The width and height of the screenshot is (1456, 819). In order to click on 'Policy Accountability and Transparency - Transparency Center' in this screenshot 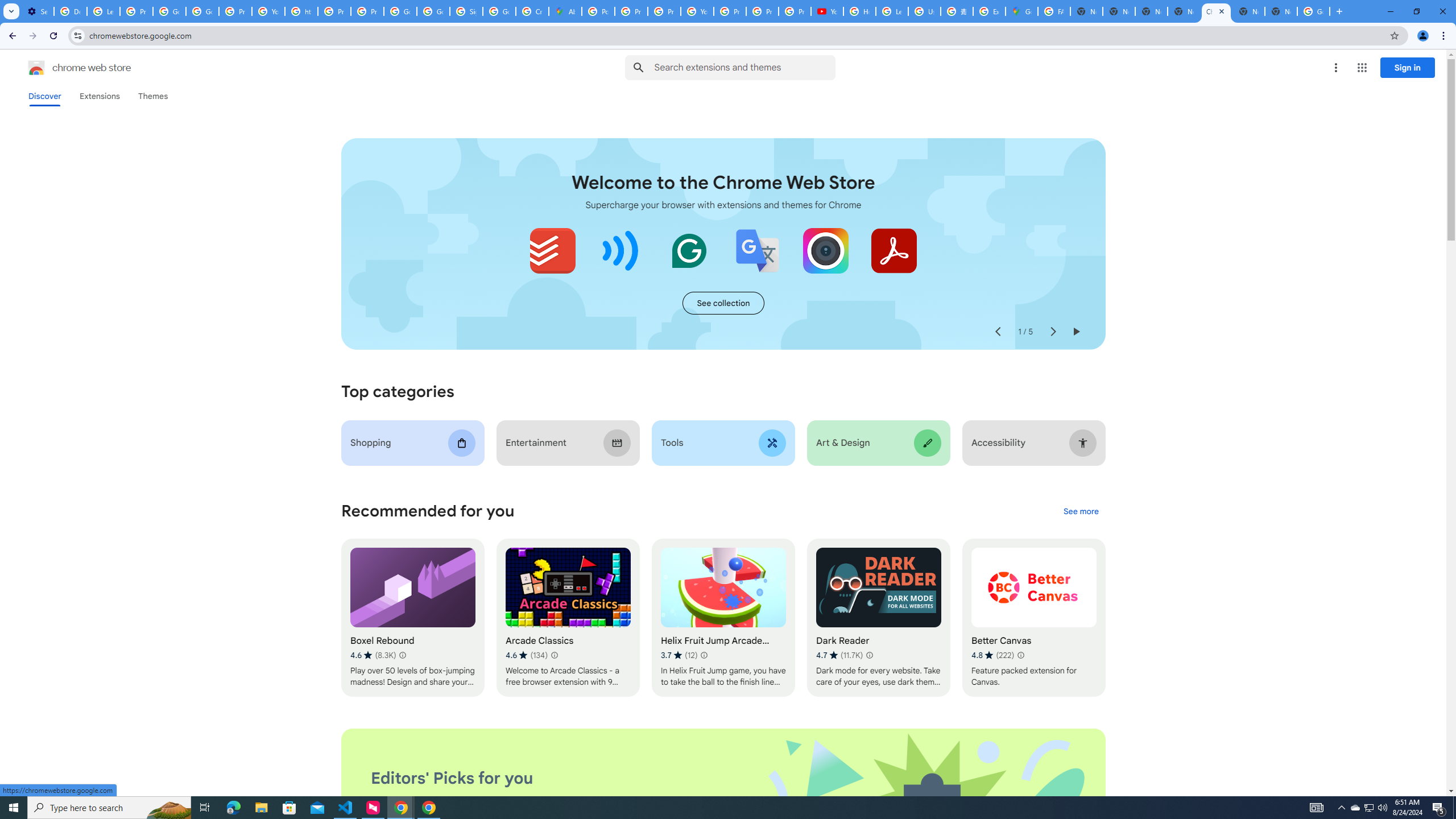, I will do `click(598, 11)`.